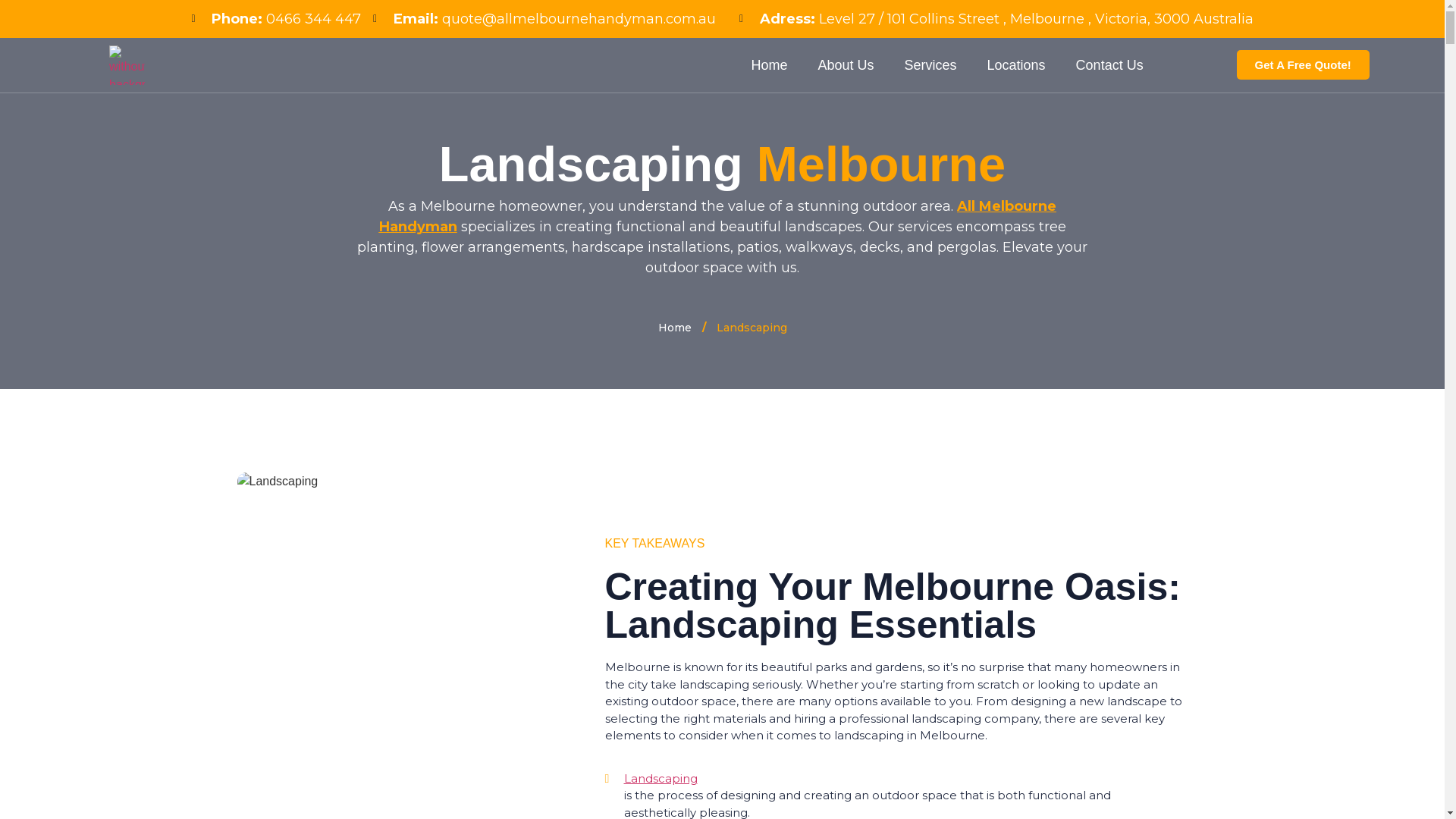 Image resolution: width=1456 pixels, height=819 pixels. What do you see at coordinates (673, 327) in the screenshot?
I see `'Home'` at bounding box center [673, 327].